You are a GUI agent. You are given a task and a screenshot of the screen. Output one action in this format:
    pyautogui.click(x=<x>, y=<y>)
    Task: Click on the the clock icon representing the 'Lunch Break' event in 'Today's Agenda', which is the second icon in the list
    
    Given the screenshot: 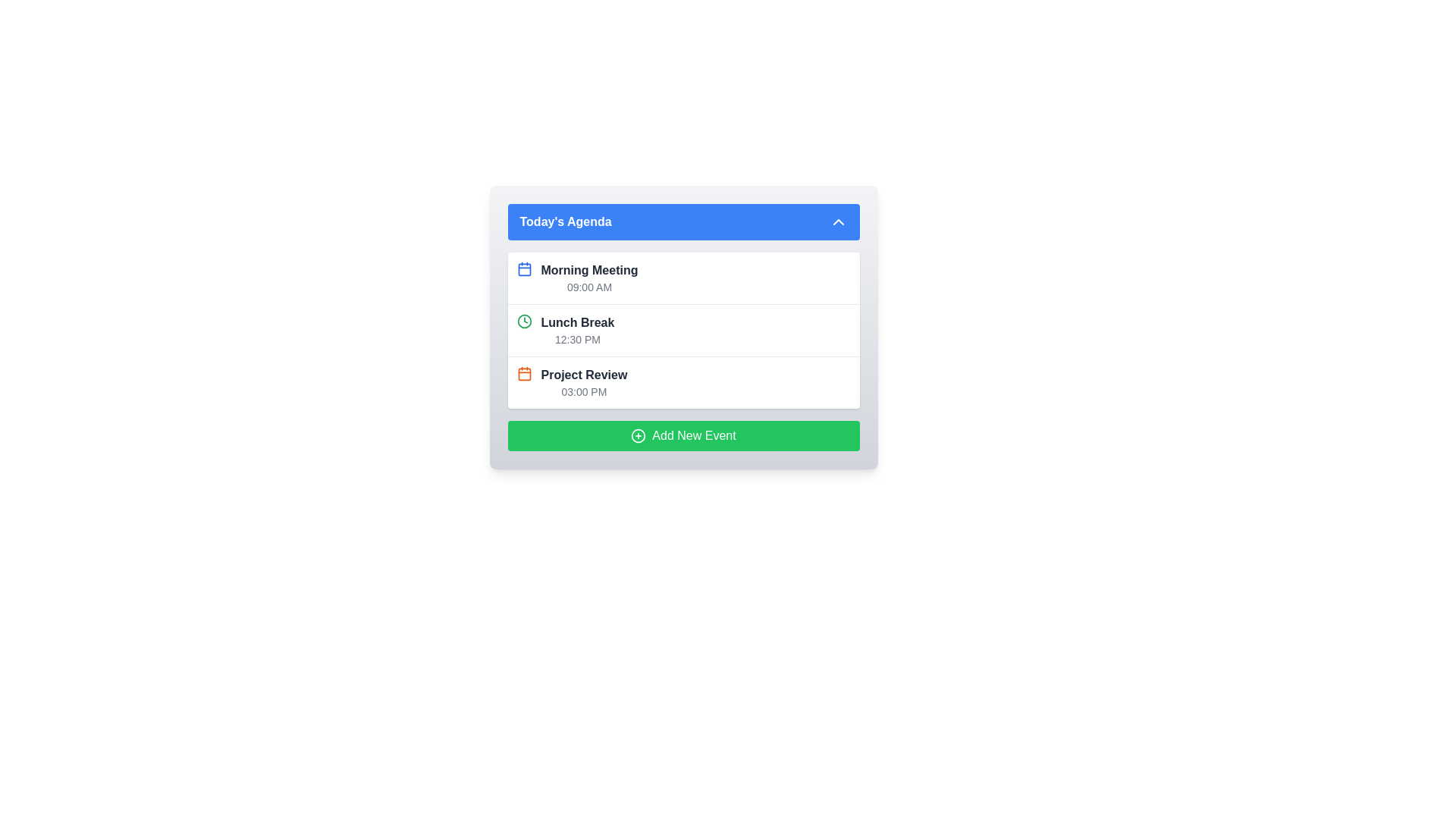 What is the action you would take?
    pyautogui.click(x=524, y=321)
    